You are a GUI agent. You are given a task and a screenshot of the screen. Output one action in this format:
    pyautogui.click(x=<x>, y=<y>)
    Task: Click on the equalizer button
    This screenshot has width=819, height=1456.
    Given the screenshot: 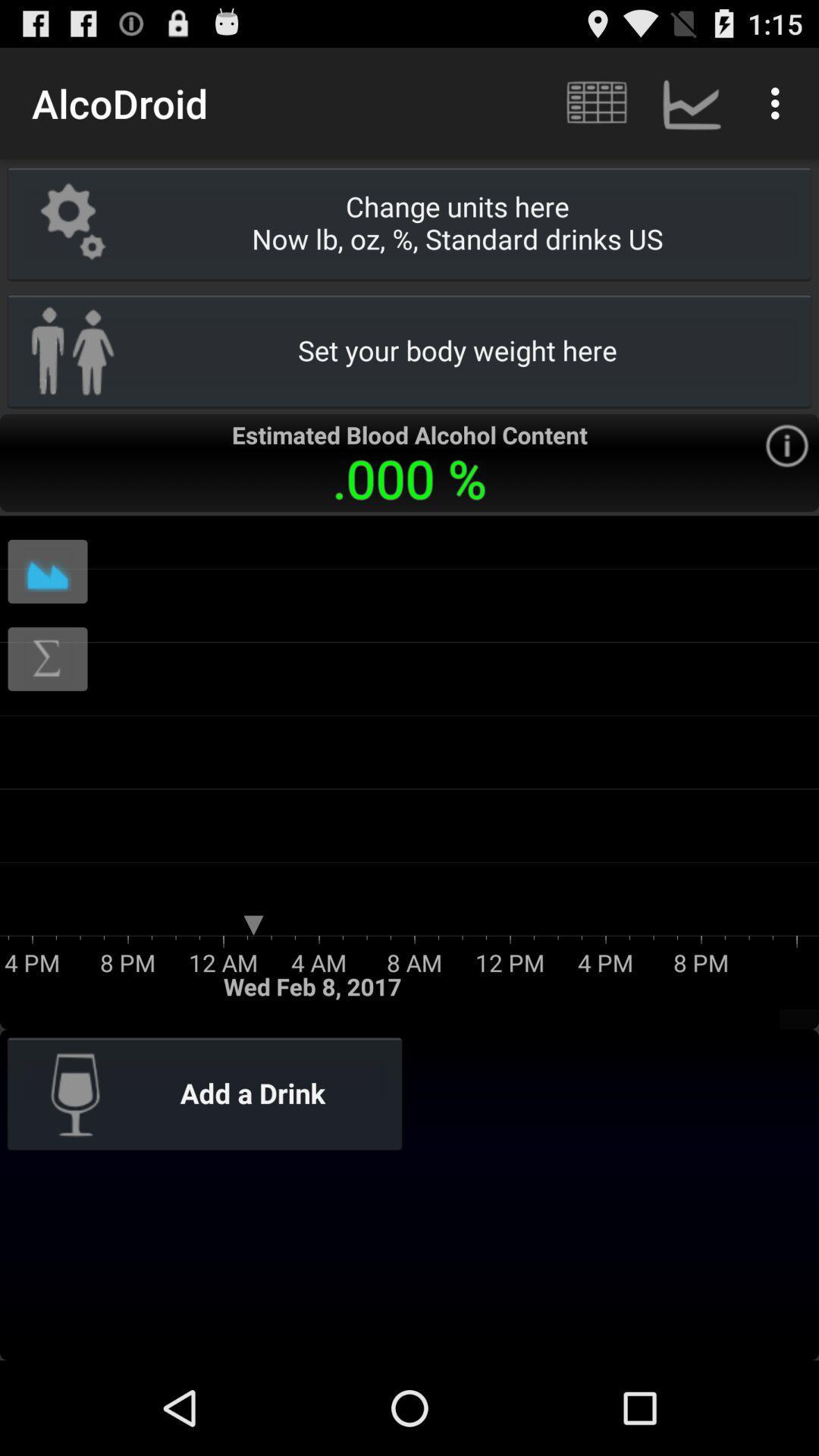 What is the action you would take?
    pyautogui.click(x=46, y=570)
    